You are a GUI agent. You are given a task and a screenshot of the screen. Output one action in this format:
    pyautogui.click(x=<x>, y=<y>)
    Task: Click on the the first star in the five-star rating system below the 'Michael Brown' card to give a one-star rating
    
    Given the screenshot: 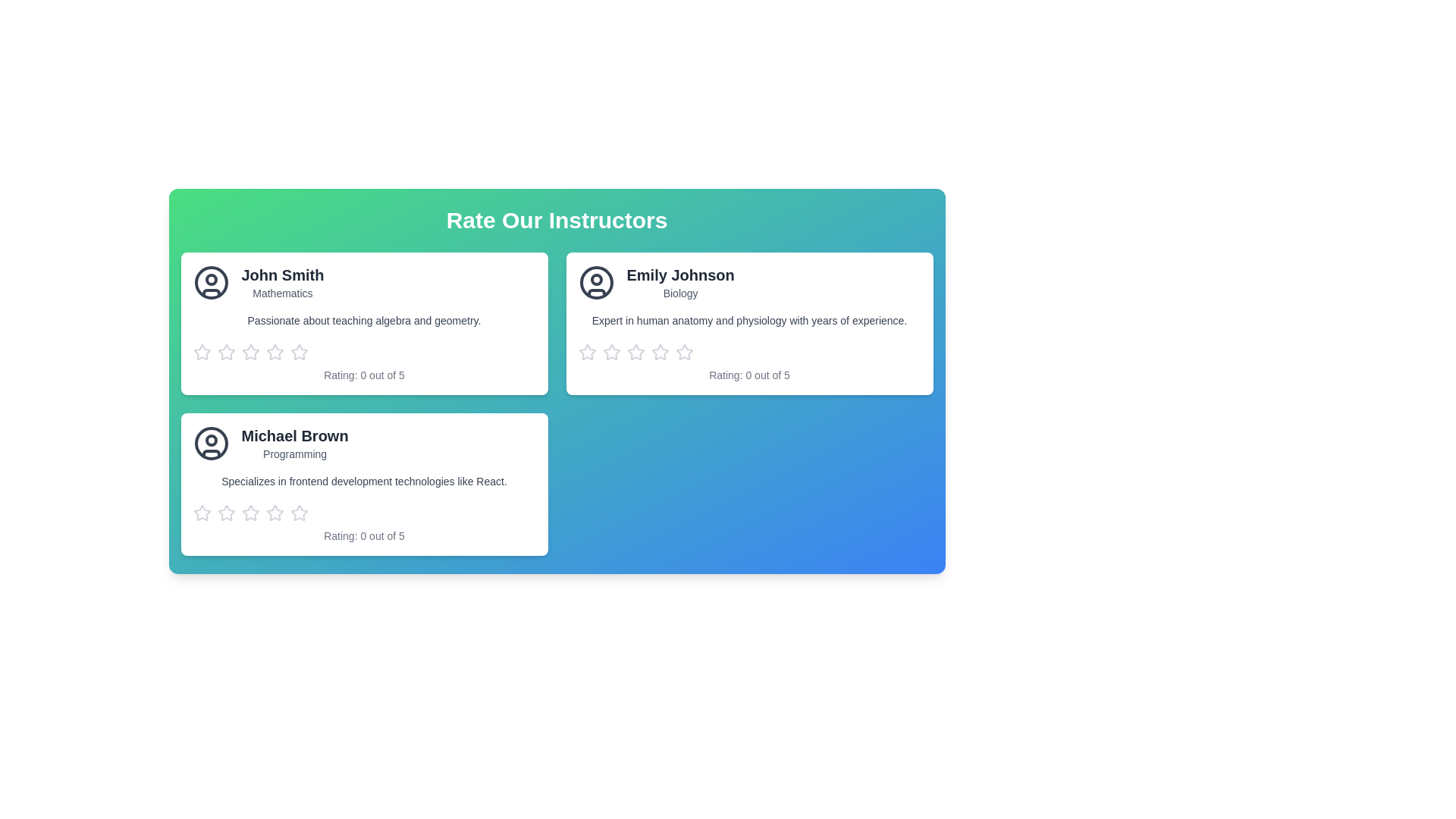 What is the action you would take?
    pyautogui.click(x=224, y=512)
    